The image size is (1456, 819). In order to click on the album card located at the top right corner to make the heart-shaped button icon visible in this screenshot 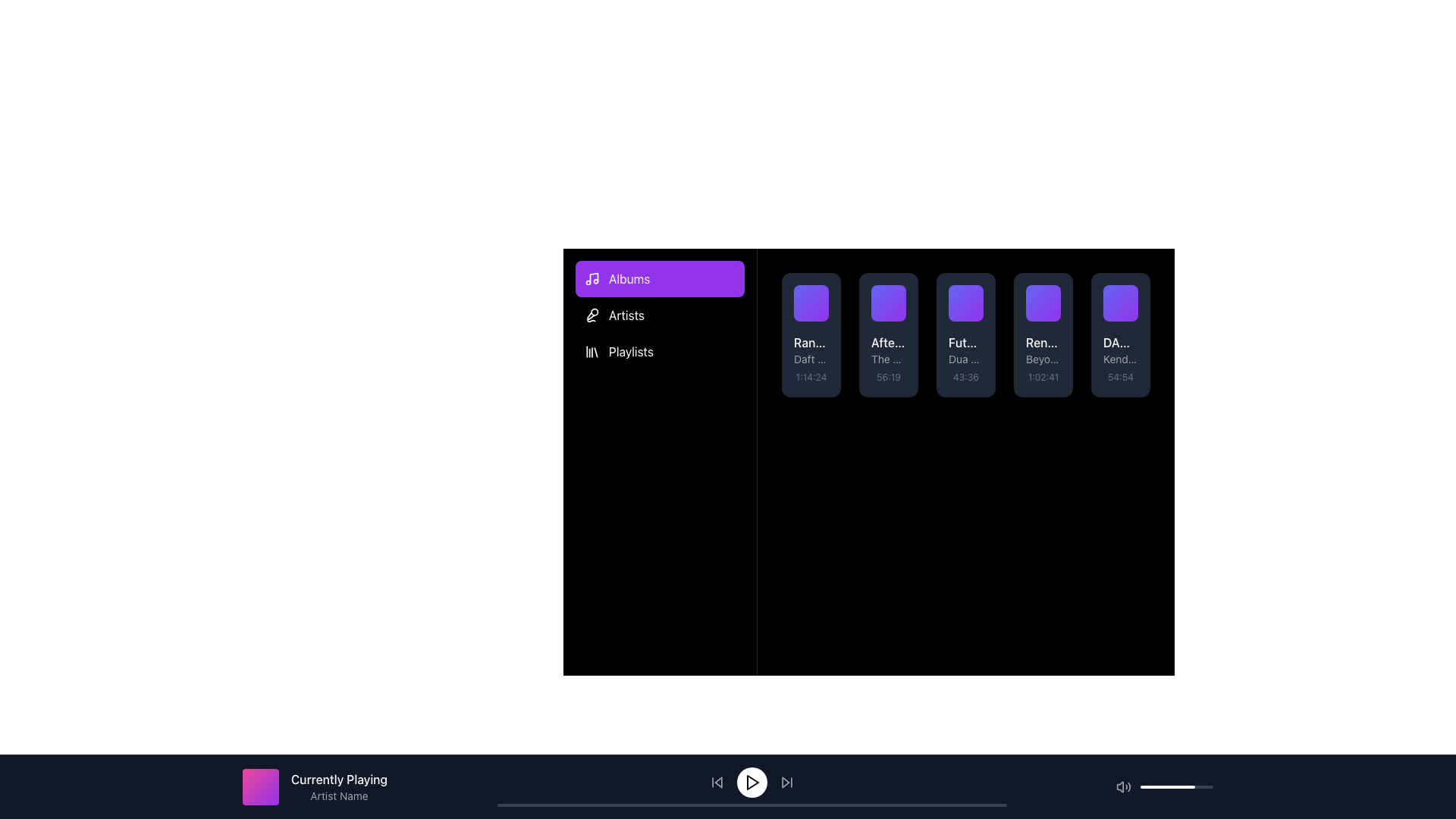, I will do `click(896, 294)`.